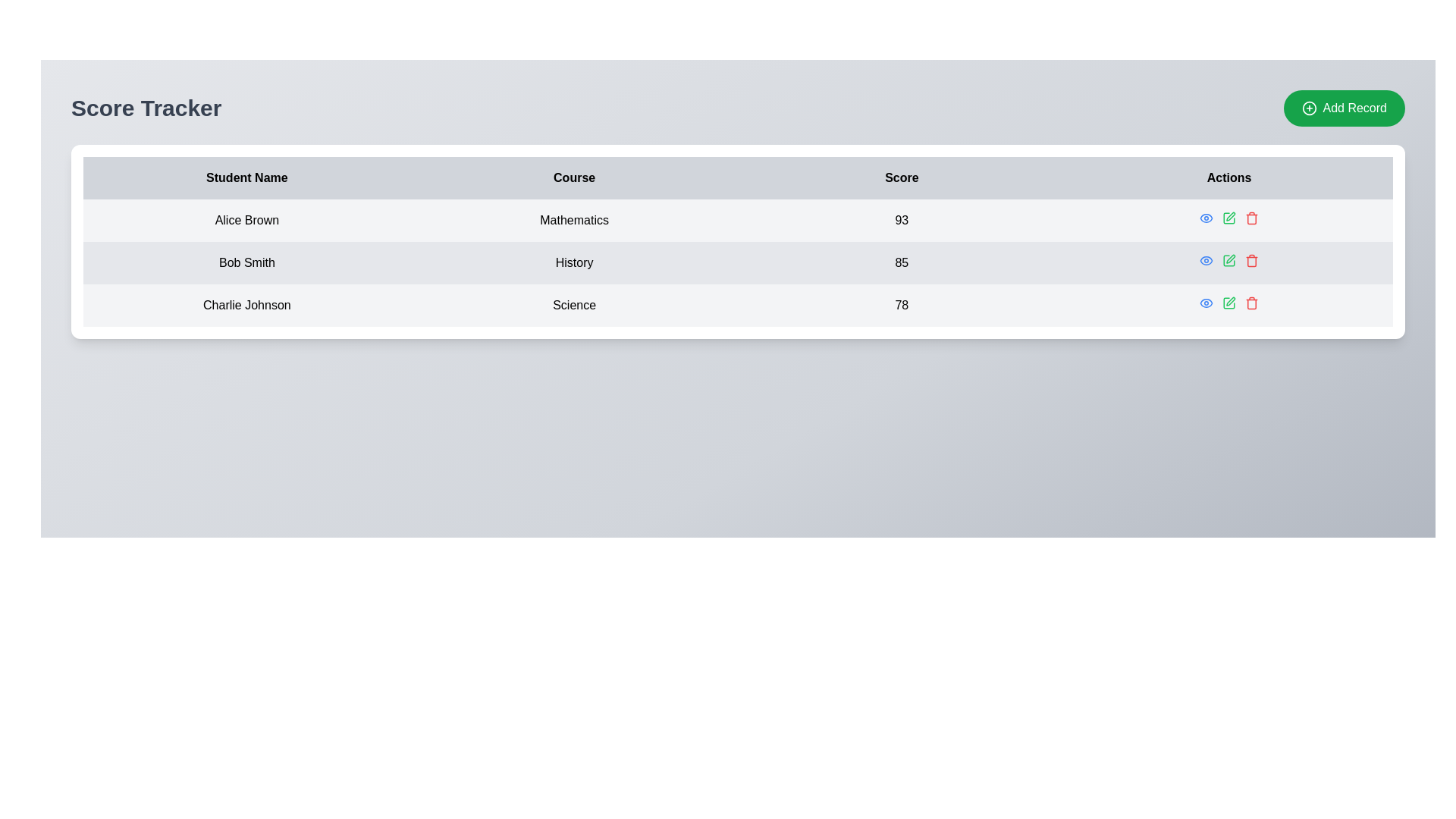  I want to click on the green edit icon in the Actions column for the 'Charlie Johnson' entry to modify the entry, so click(1229, 303).